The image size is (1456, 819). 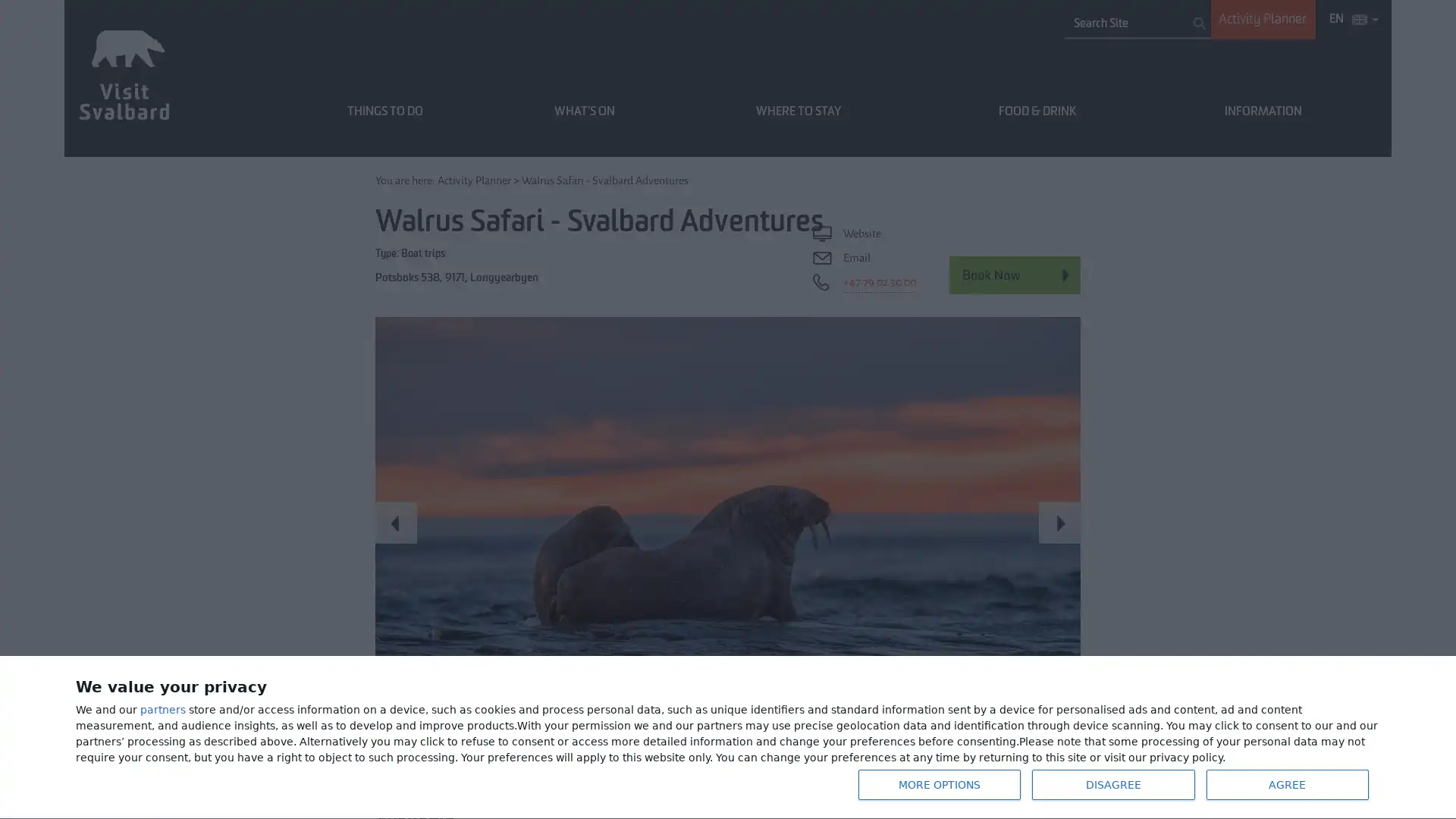 What do you see at coordinates (1286, 784) in the screenshot?
I see `AGREE` at bounding box center [1286, 784].